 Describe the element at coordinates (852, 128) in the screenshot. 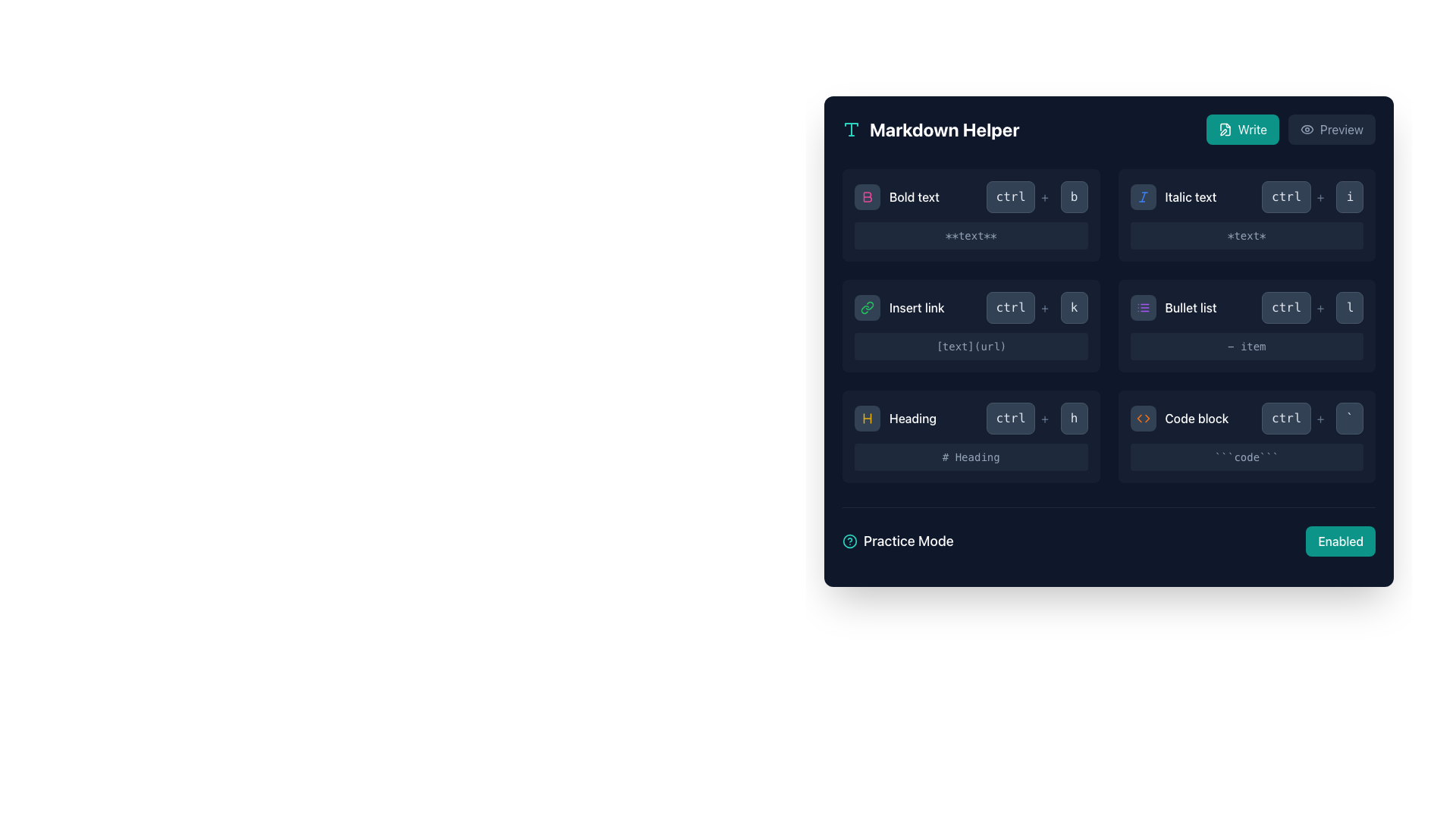

I see `the decorative icon representing the 'Markdown Helper' feature located in the top-left section of the 'Markdown Helper' card` at that location.